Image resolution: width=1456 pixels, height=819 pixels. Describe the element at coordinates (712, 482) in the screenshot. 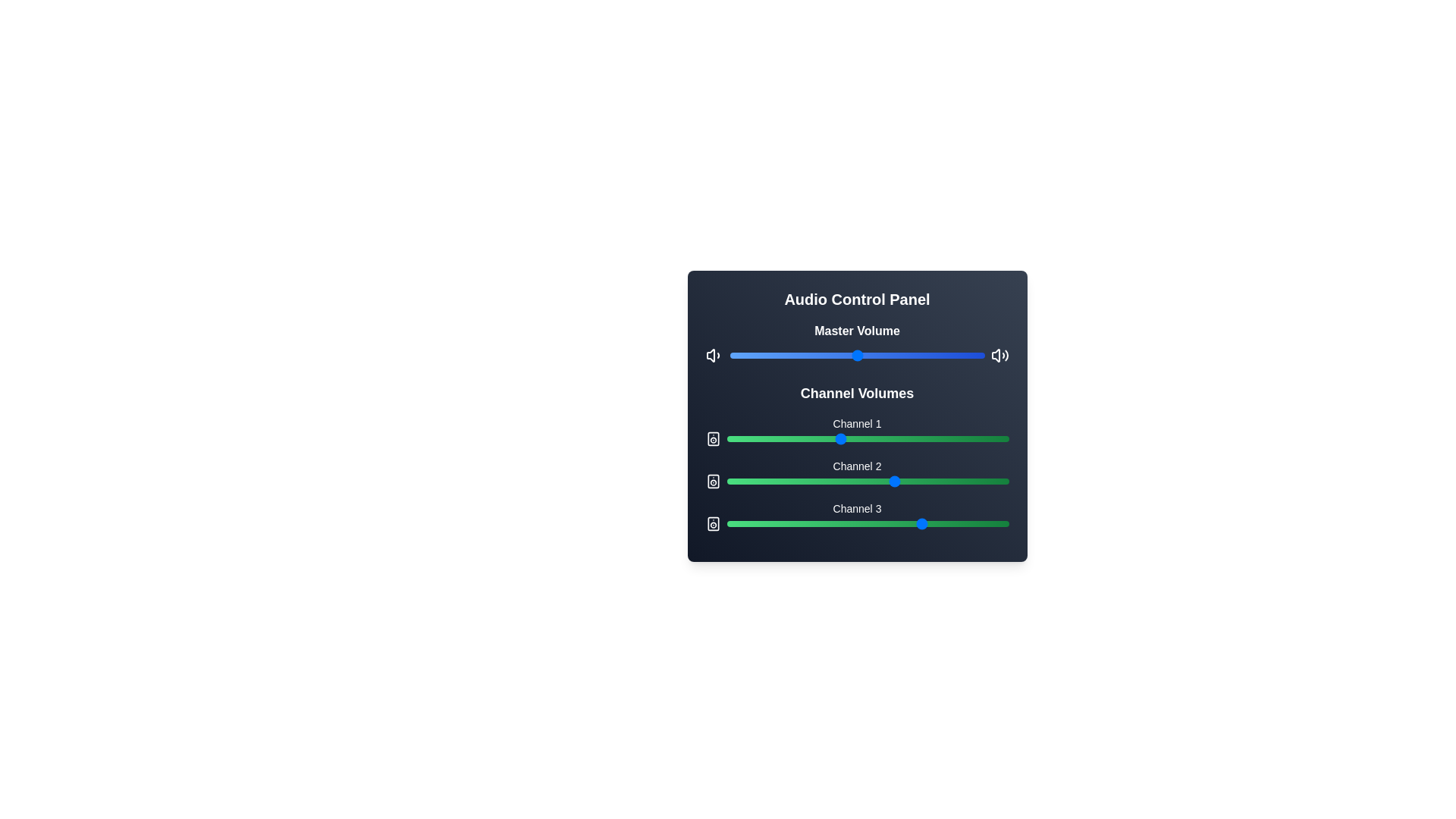

I see `the speaker icon representing the audio settings for 'Channel 2', which is the second icon in a sequence of channel icons located on the left side of the volume slider` at that location.